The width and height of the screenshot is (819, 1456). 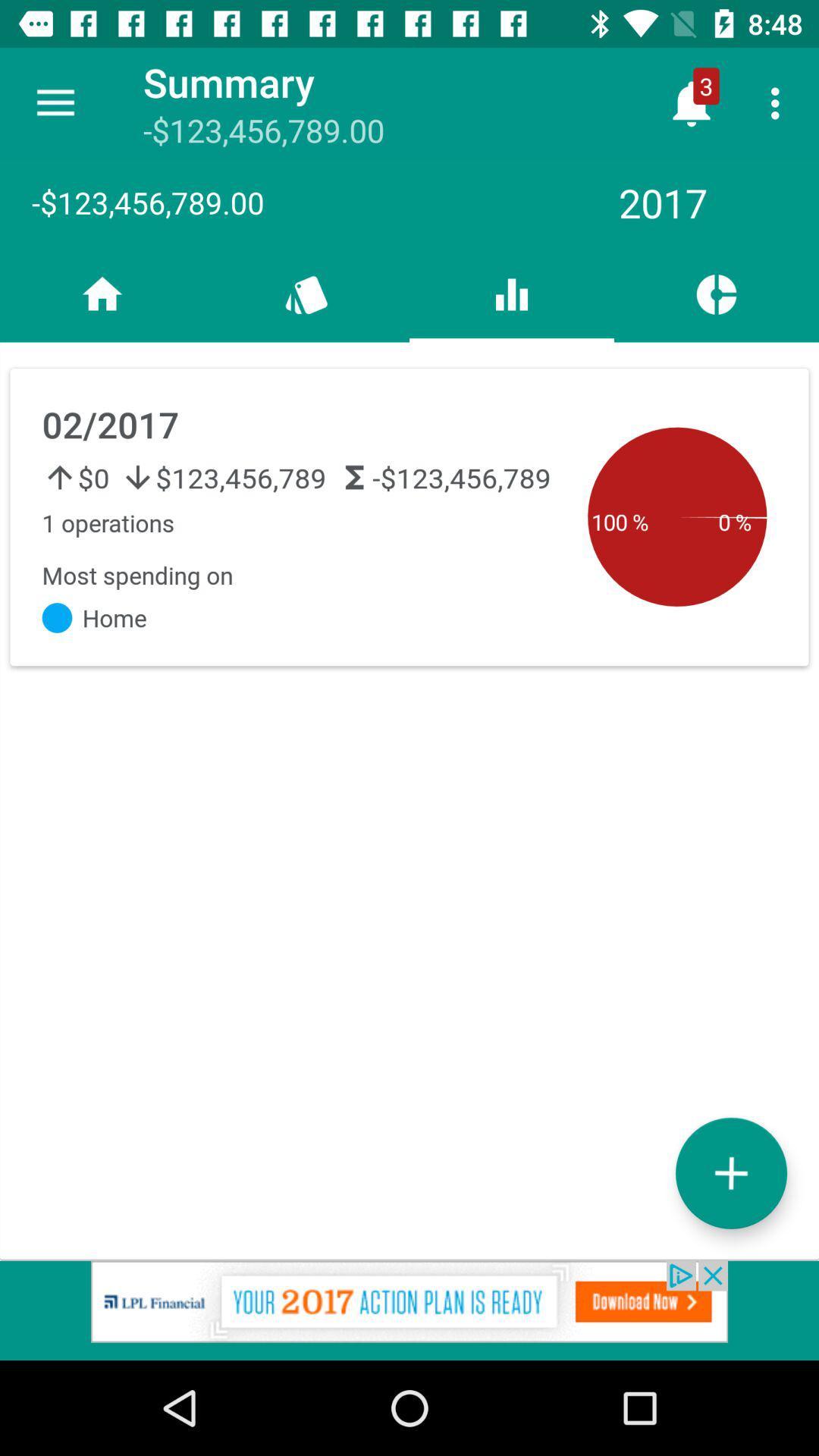 What do you see at coordinates (409, 1310) in the screenshot?
I see `advantisment` at bounding box center [409, 1310].